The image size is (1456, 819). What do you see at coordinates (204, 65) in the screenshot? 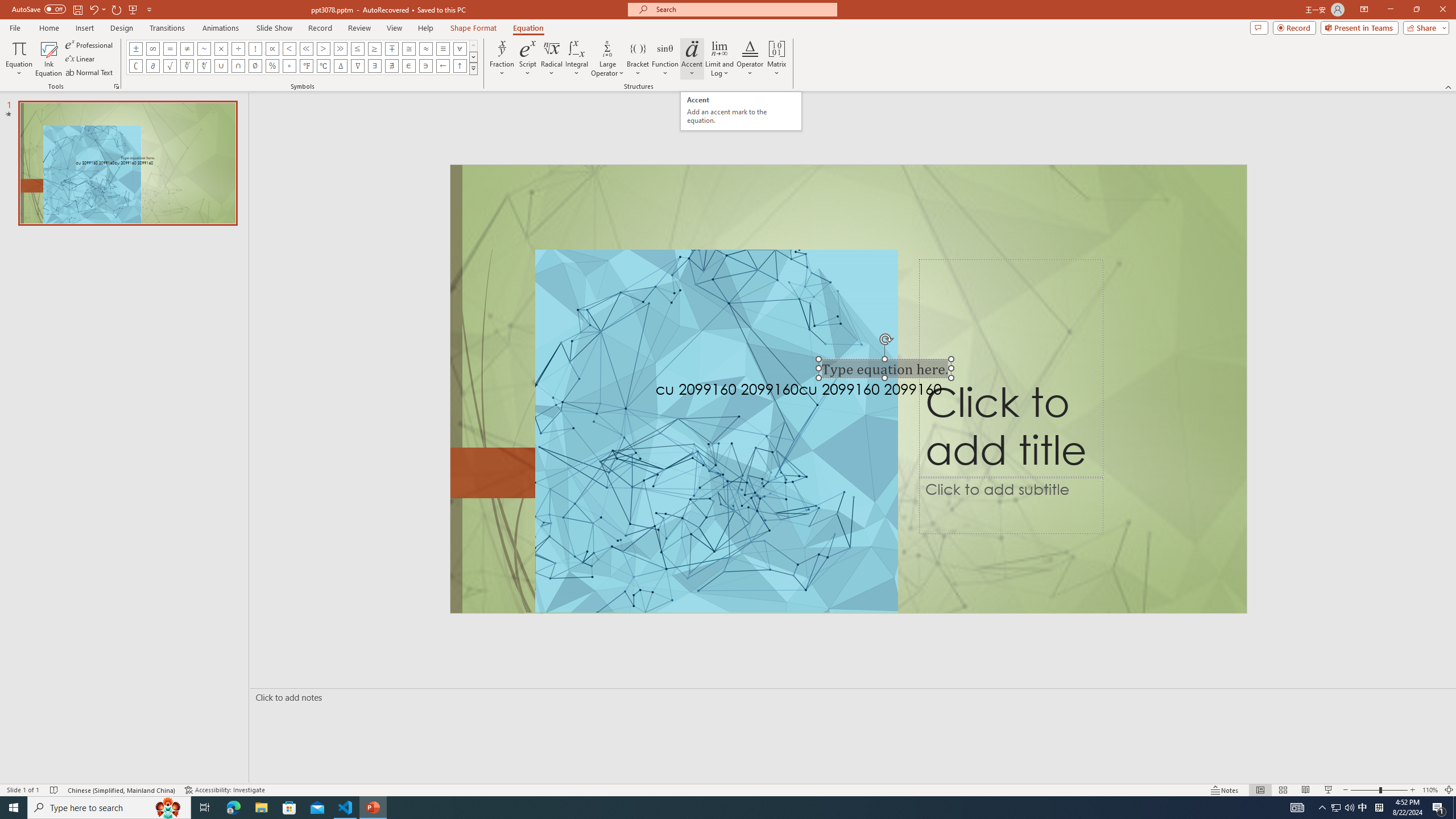
I see `'Equation Symbol Fourth Root'` at bounding box center [204, 65].